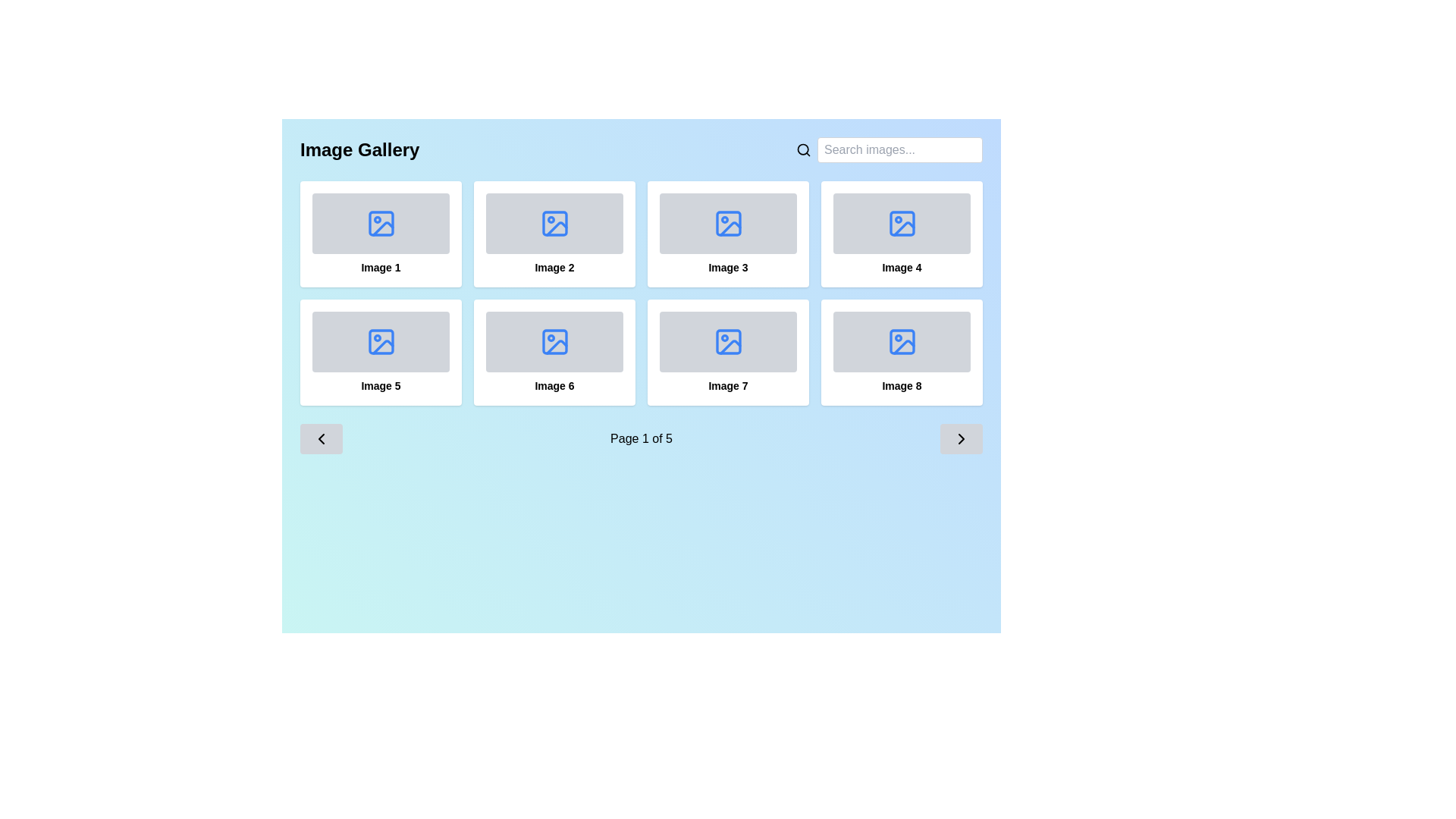 Image resolution: width=1456 pixels, height=819 pixels. What do you see at coordinates (320, 438) in the screenshot?
I see `the left-facing chevron icon located in the bottom-left corner of the interface` at bounding box center [320, 438].